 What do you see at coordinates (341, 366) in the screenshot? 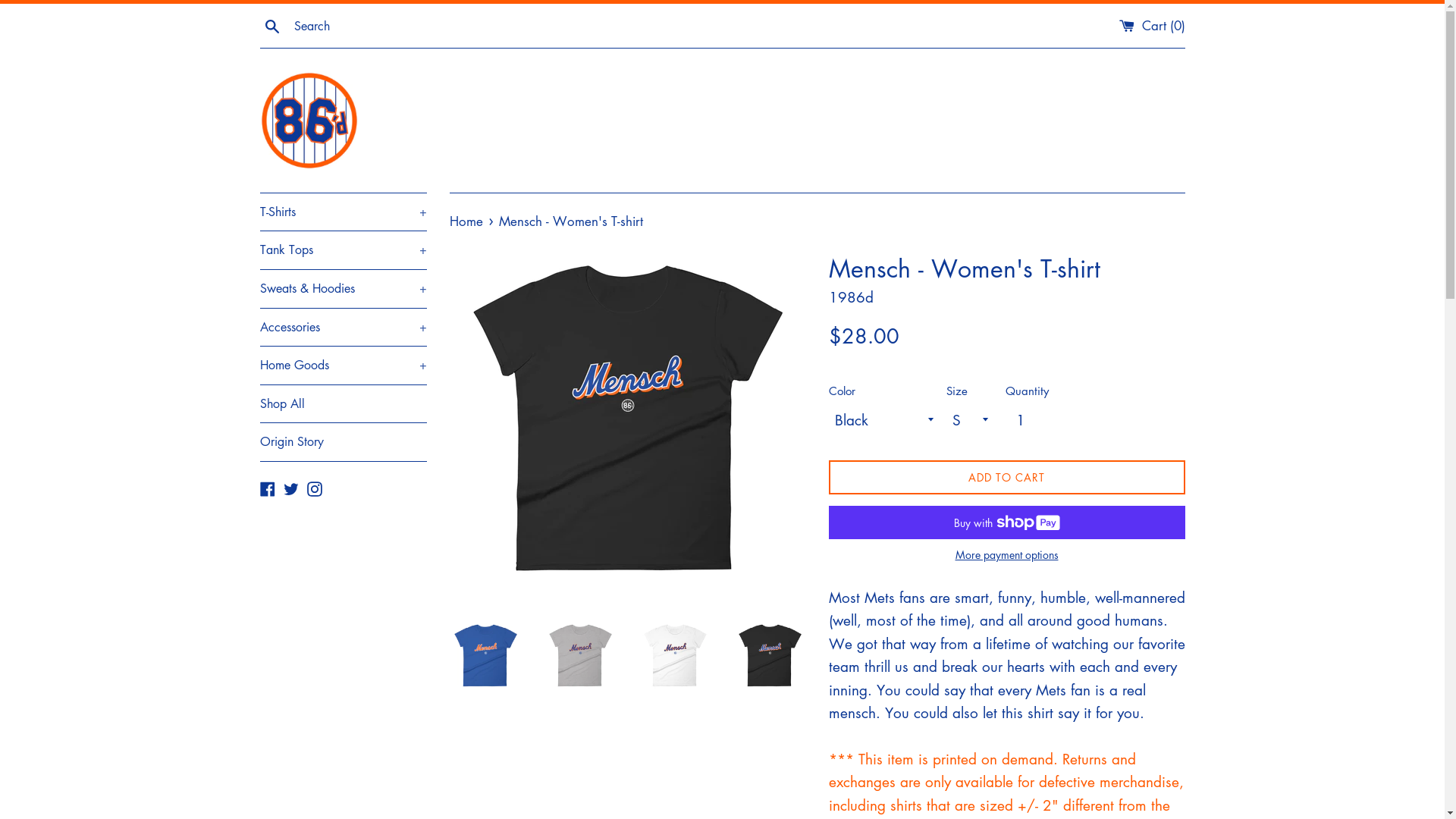
I see `'Home Goods` at bounding box center [341, 366].